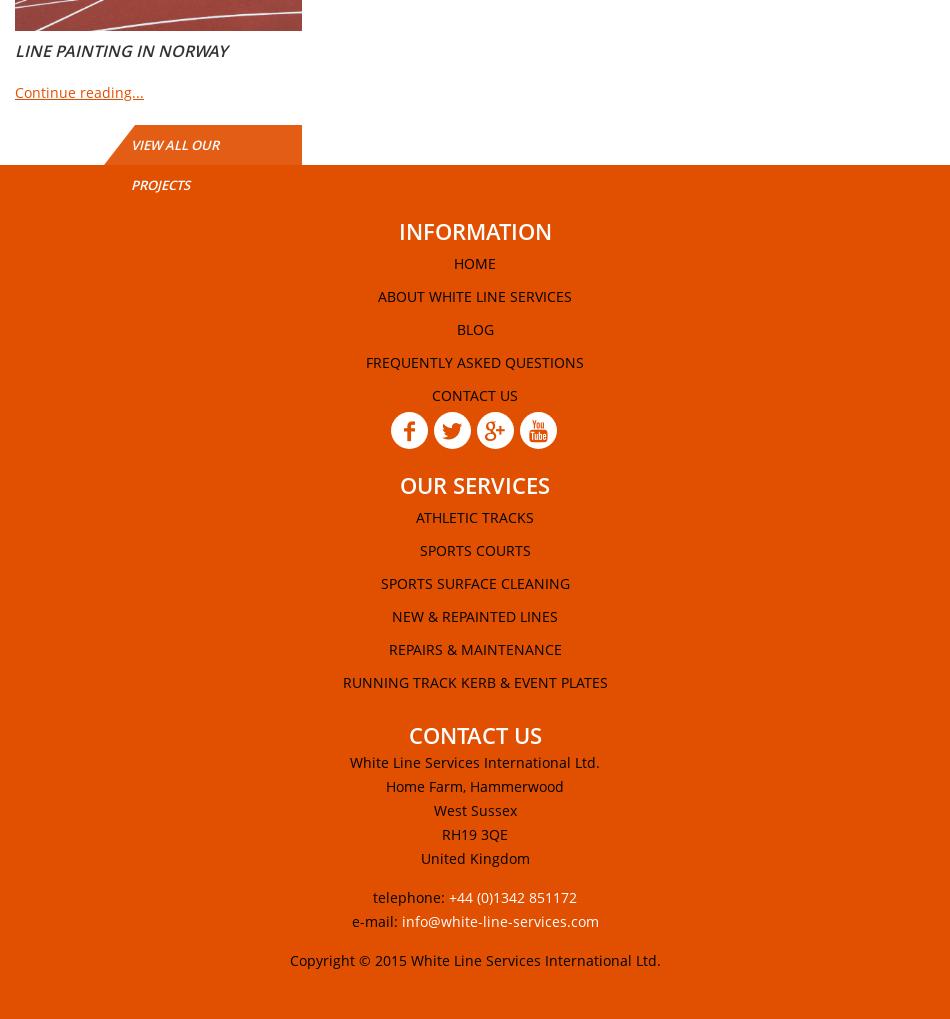 The image size is (950, 1019). What do you see at coordinates (79, 92) in the screenshot?
I see `'Continue reading...'` at bounding box center [79, 92].